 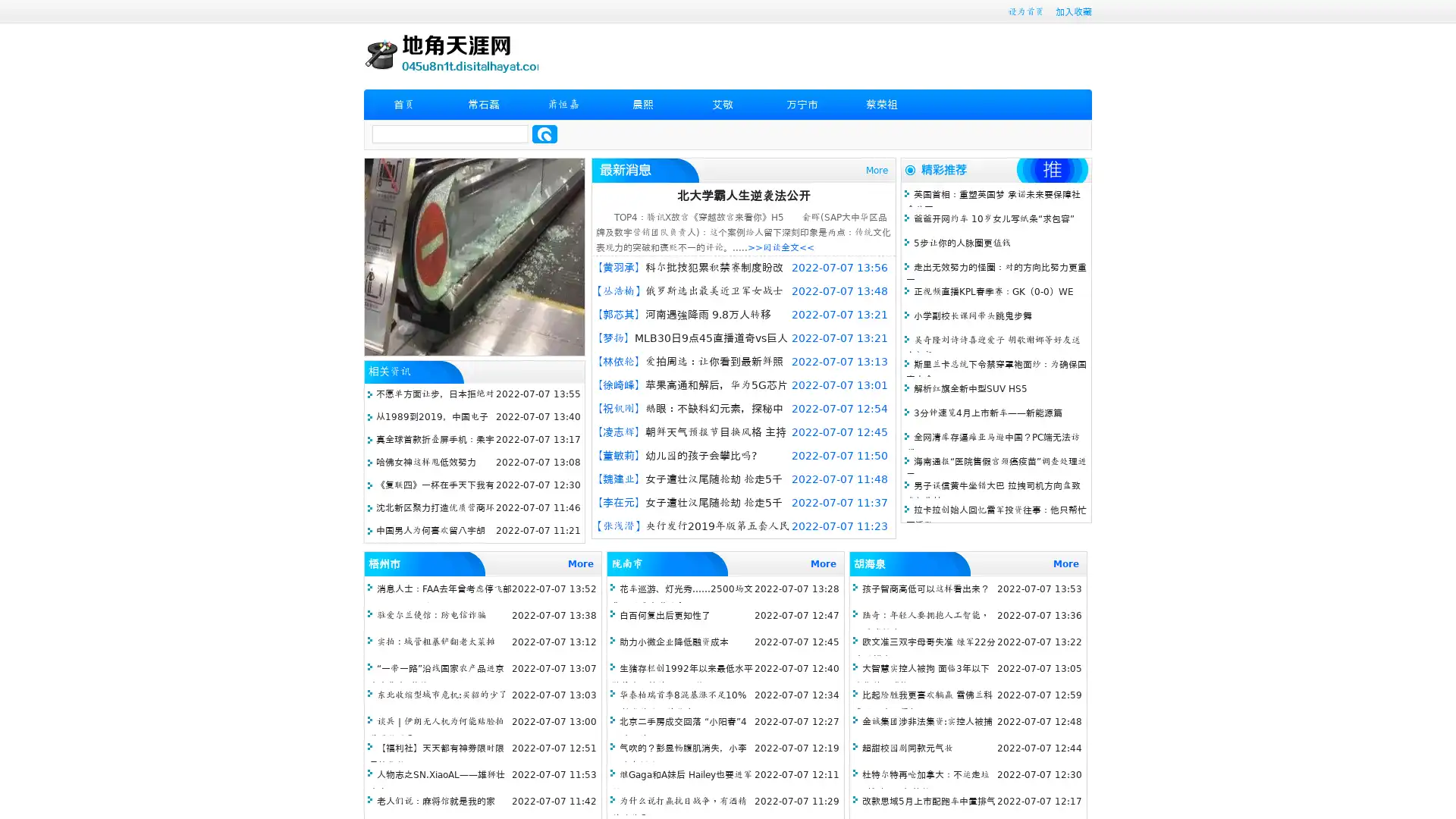 What do you see at coordinates (544, 133) in the screenshot?
I see `Search` at bounding box center [544, 133].